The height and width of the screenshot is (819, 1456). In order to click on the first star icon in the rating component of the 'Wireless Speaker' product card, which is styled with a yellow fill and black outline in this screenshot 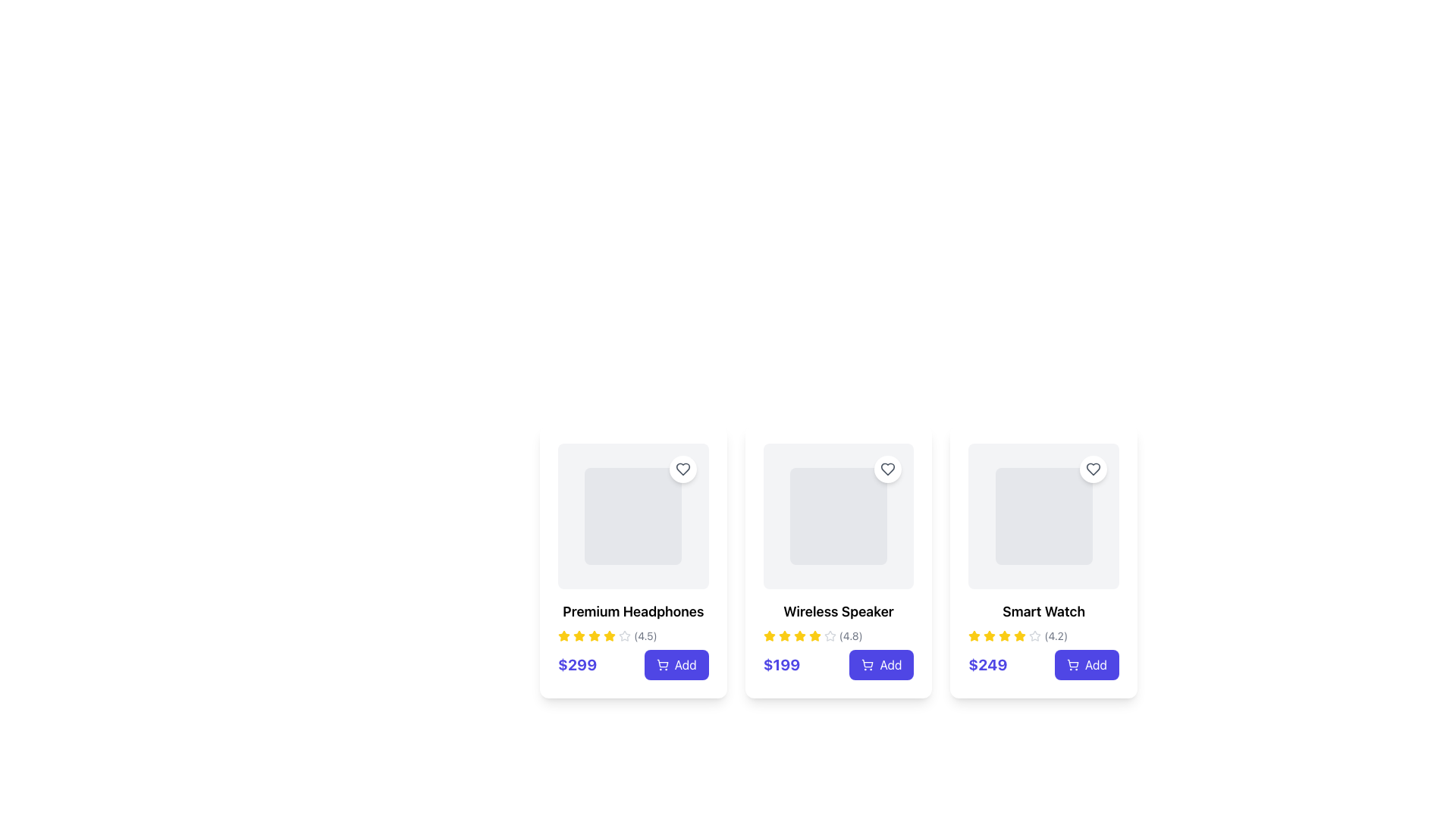, I will do `click(769, 636)`.